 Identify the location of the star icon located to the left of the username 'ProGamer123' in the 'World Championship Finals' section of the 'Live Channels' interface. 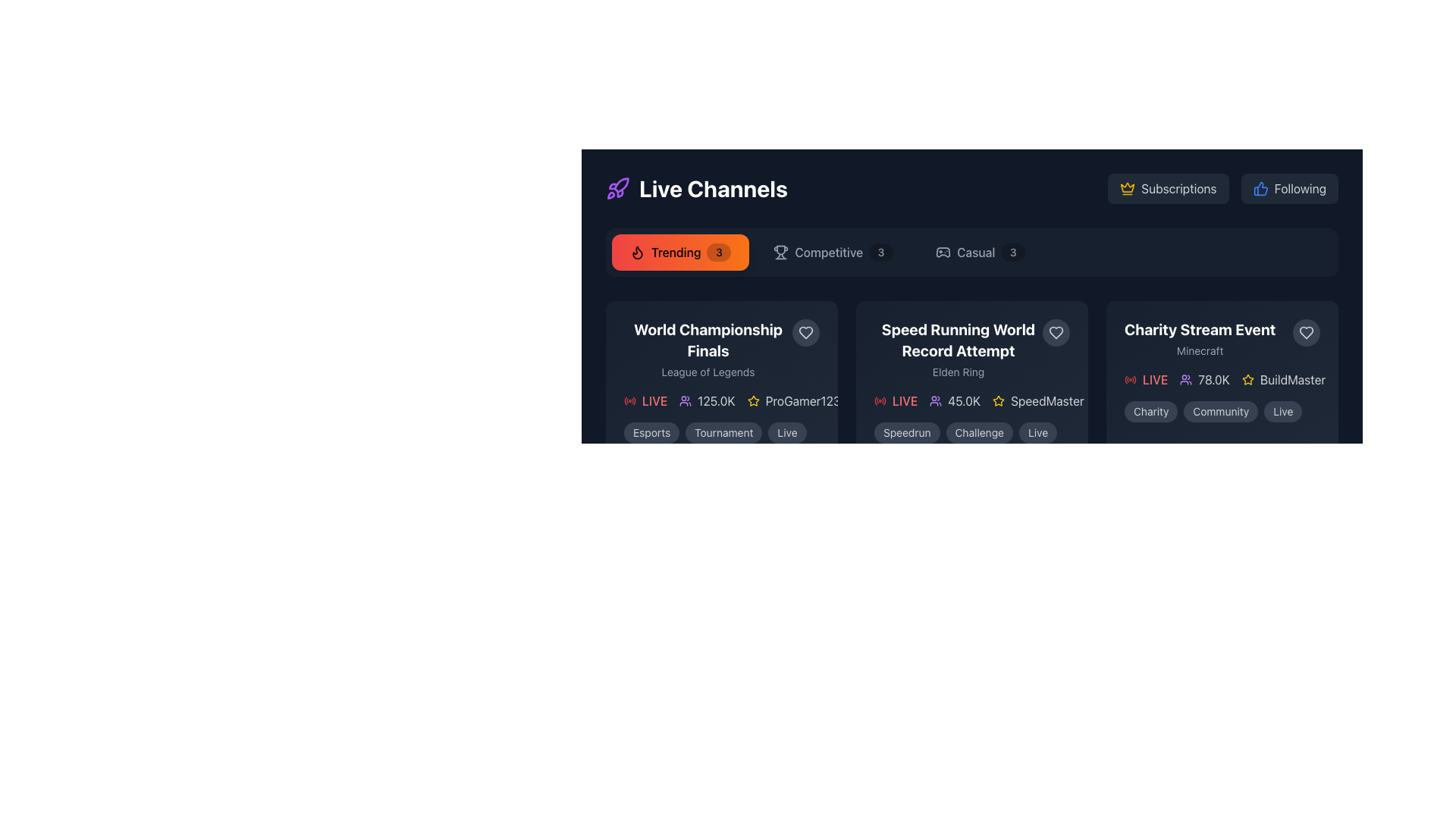
(753, 400).